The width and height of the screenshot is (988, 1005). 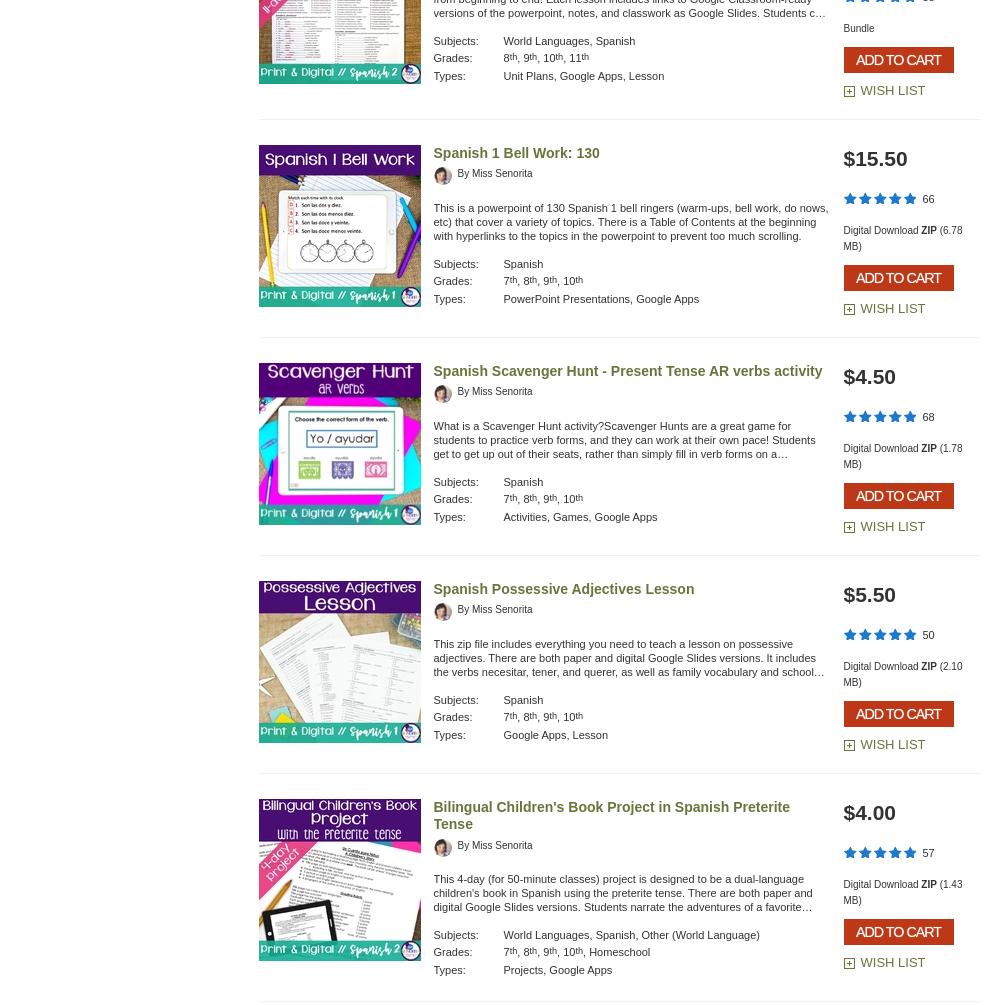 I want to click on 'Bundle', so click(x=858, y=28).